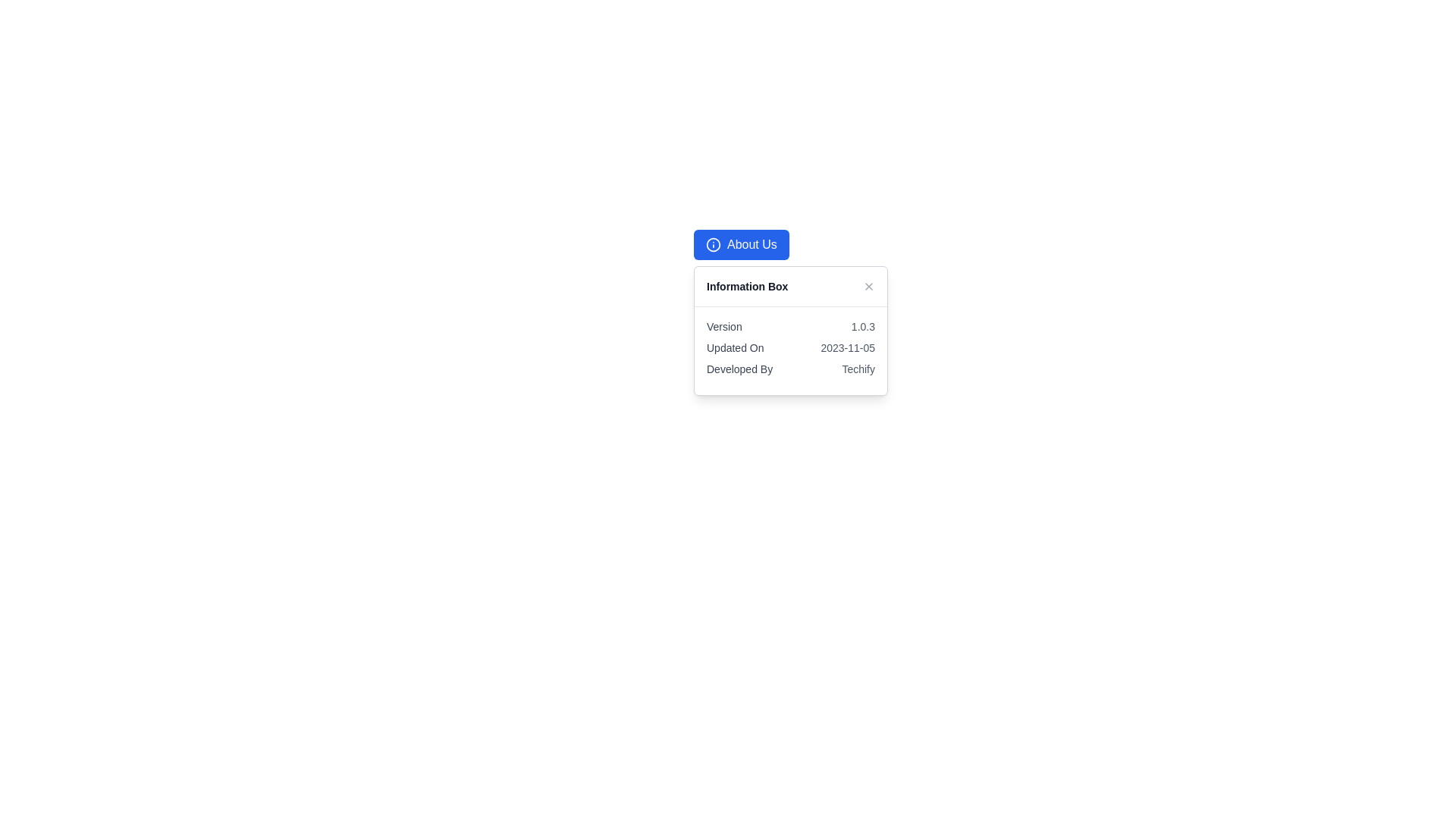 The width and height of the screenshot is (1456, 819). Describe the element at coordinates (789, 348) in the screenshot. I see `last updated date displayed in the second row of the information box, located between the 'Version' entry above and the 'Developed By' entry below` at that location.